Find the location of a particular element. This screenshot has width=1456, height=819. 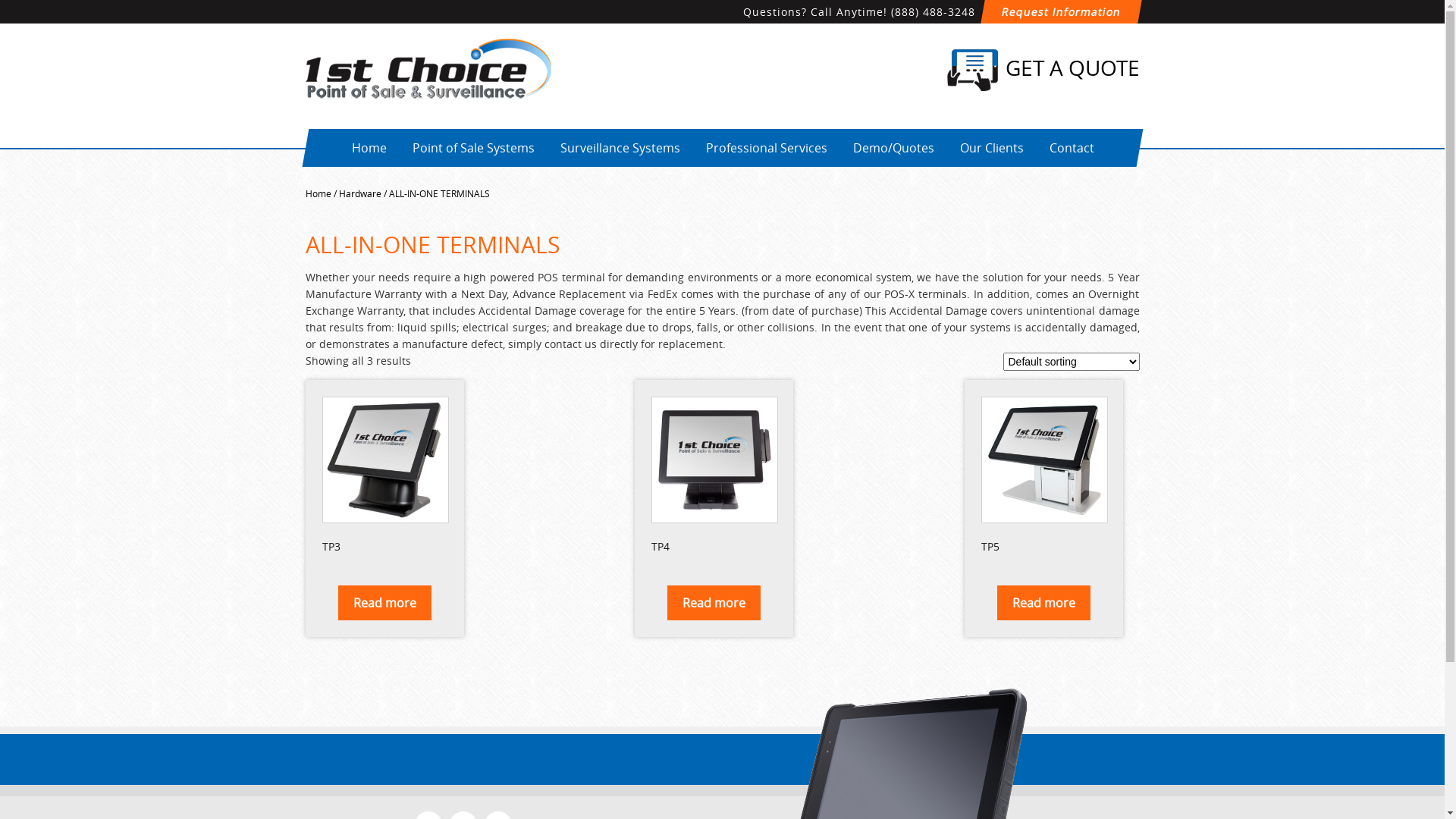

'Contact' is located at coordinates (1037, 148).